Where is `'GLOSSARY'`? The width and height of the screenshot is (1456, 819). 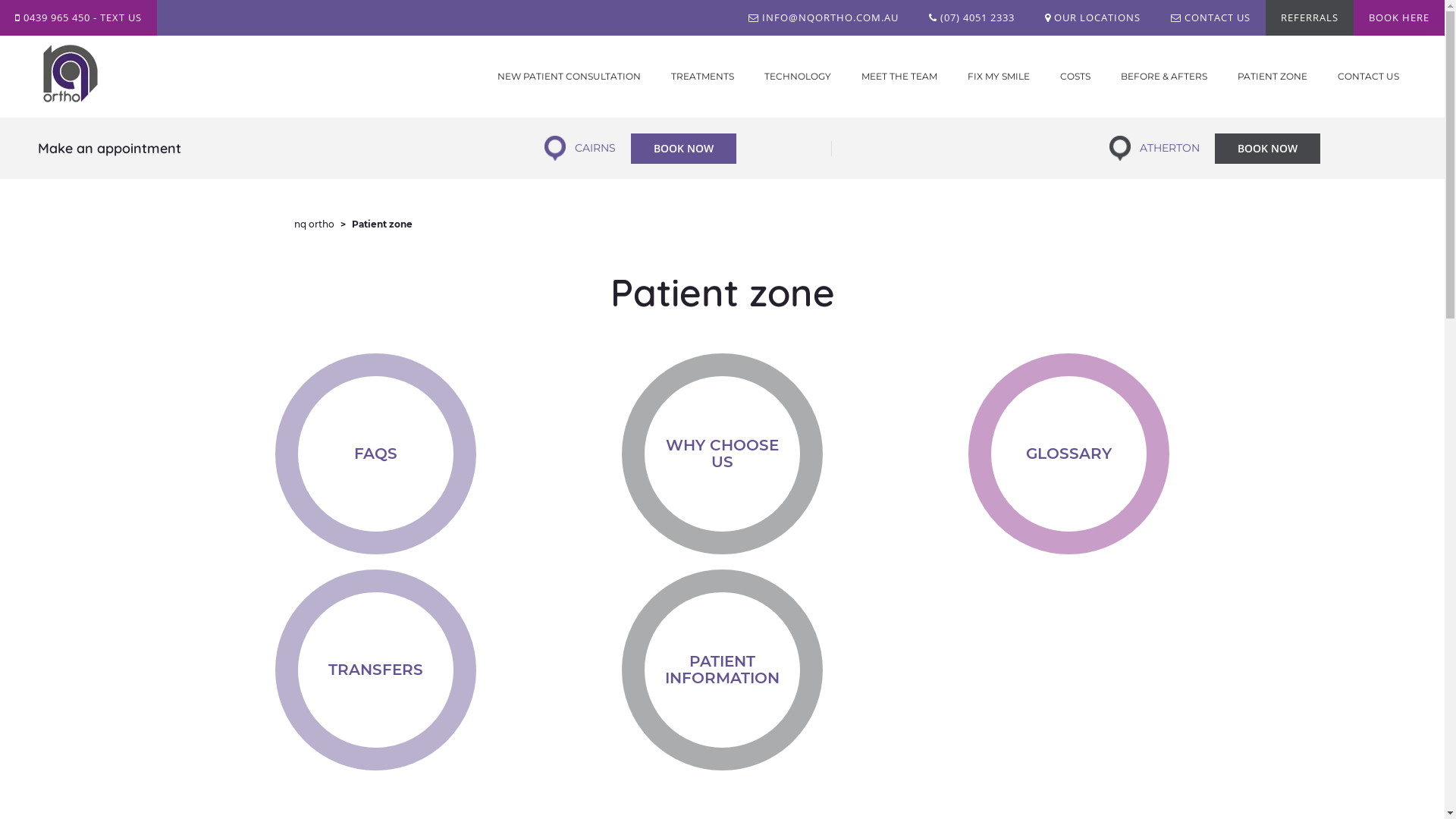 'GLOSSARY' is located at coordinates (1068, 453).